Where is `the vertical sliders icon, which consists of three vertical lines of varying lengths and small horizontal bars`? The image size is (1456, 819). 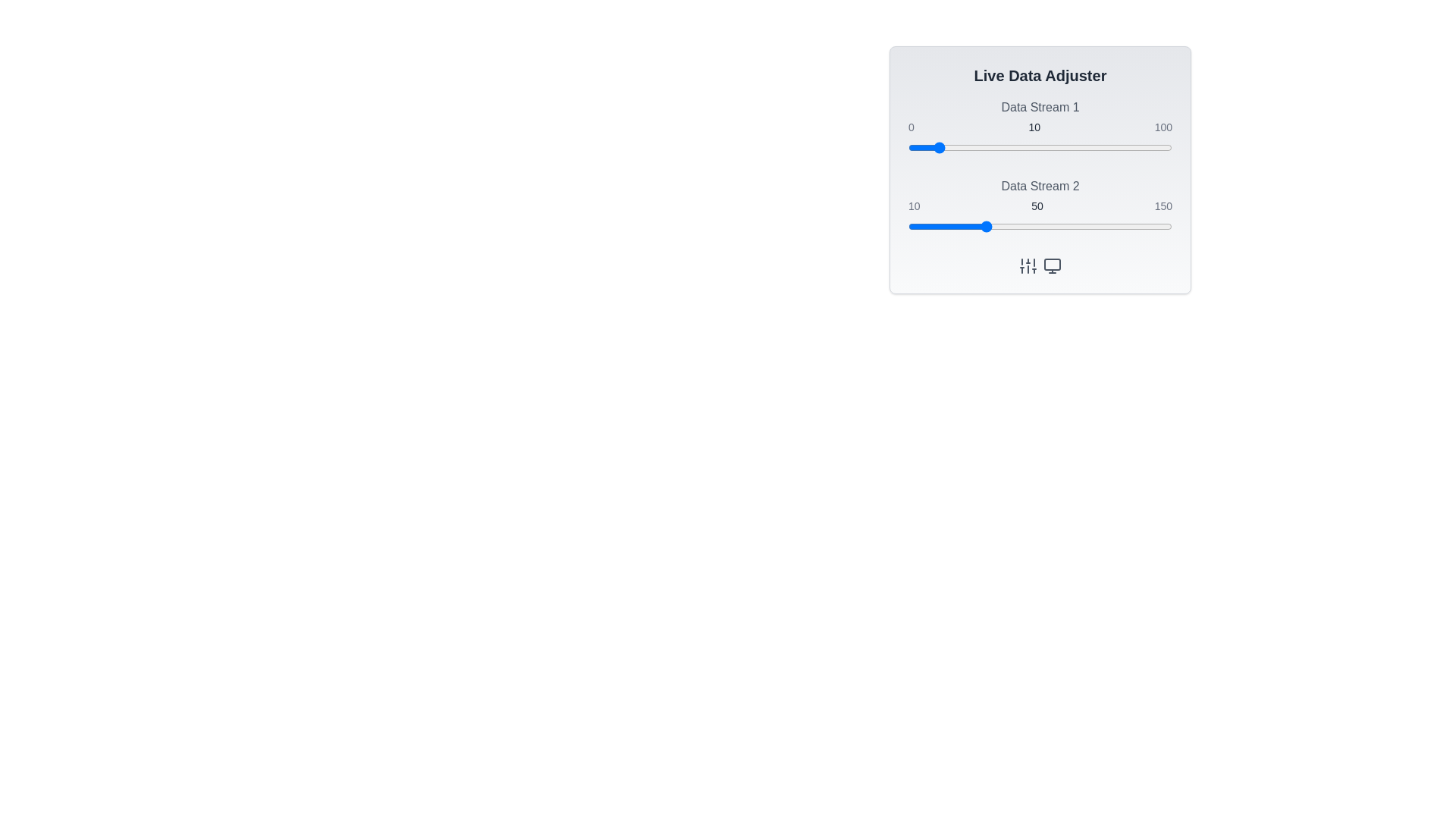 the vertical sliders icon, which consists of three vertical lines of varying lengths and small horizontal bars is located at coordinates (1028, 265).